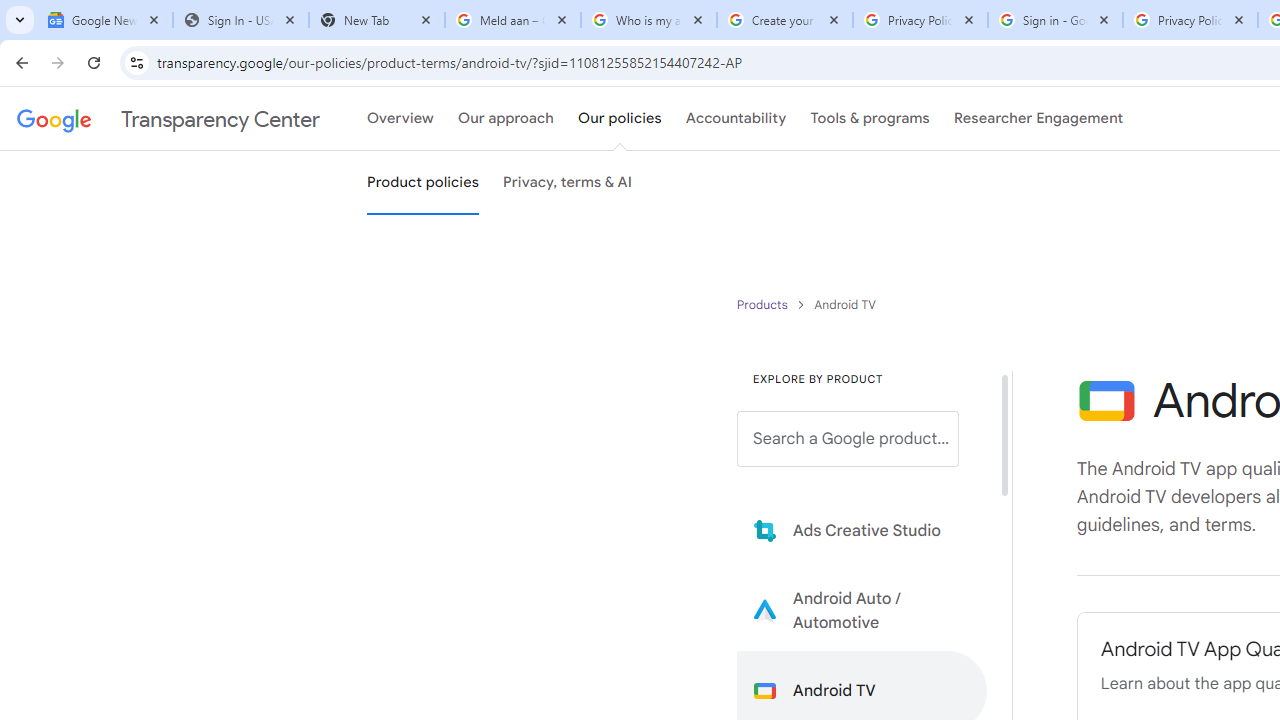 Image resolution: width=1280 pixels, height=720 pixels. Describe the element at coordinates (783, 20) in the screenshot. I see `'Create your Google Account'` at that location.